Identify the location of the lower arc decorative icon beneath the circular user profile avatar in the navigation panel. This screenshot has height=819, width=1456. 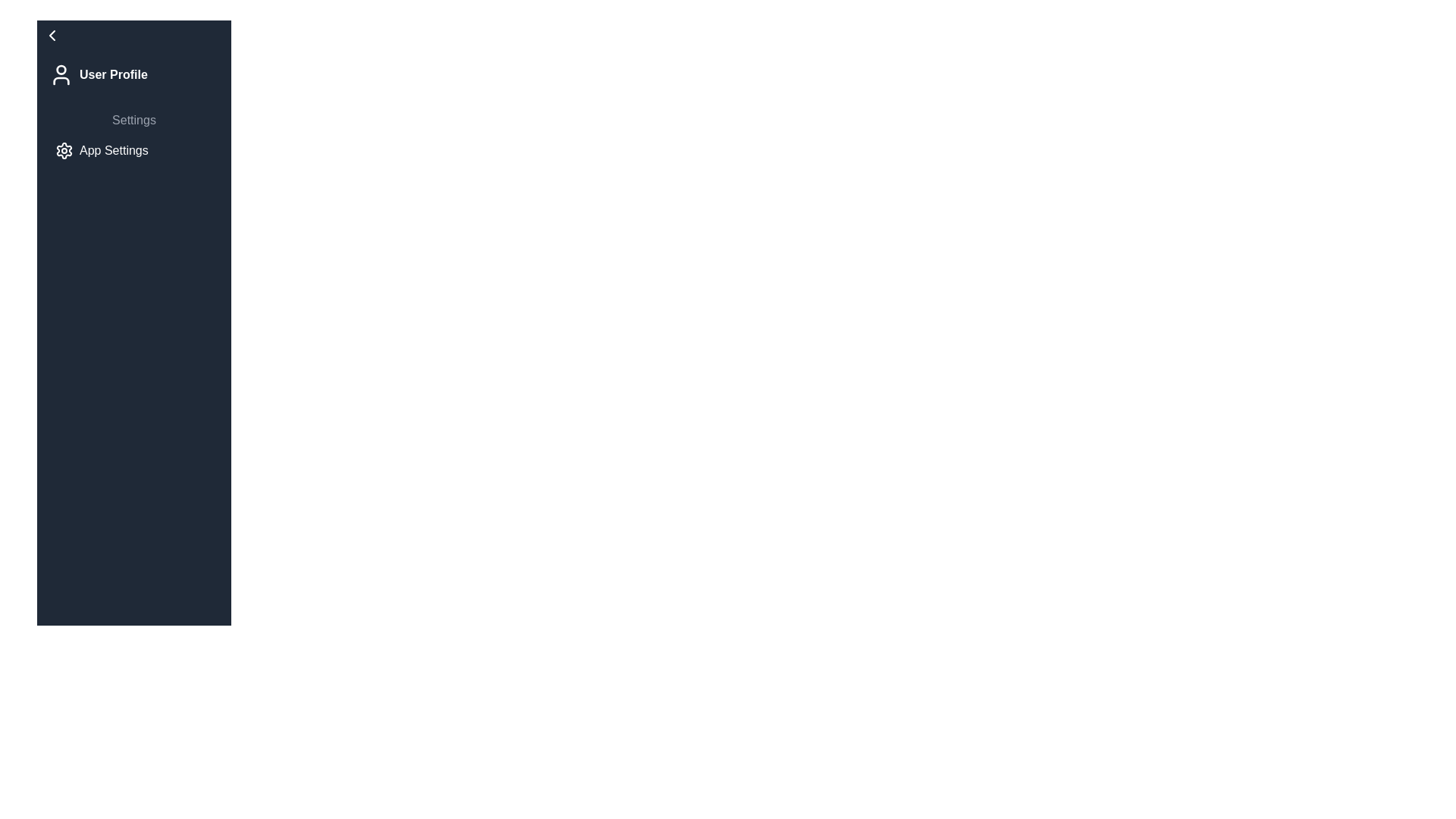
(61, 81).